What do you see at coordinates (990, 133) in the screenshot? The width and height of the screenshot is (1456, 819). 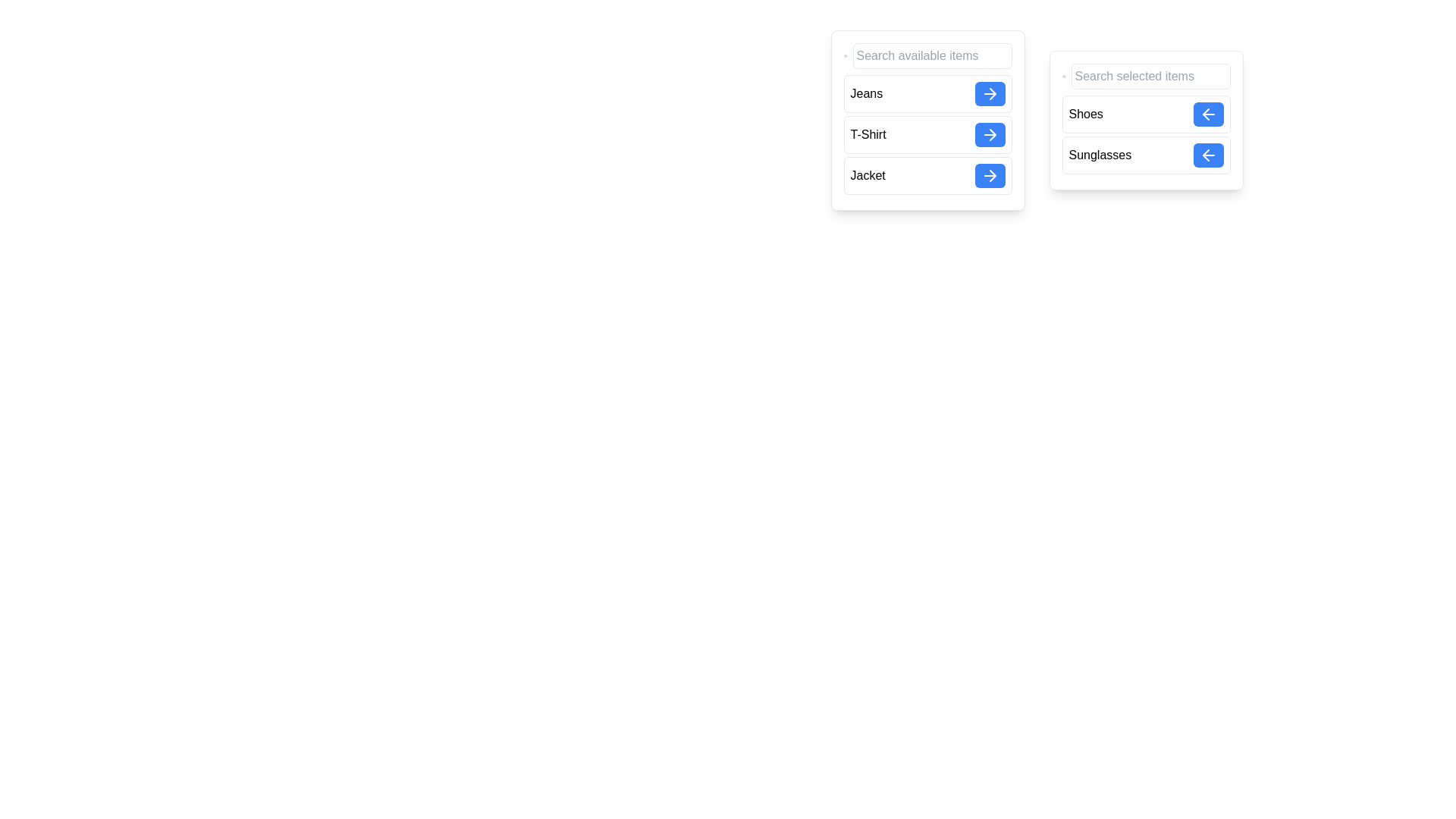 I see `the icon button shaped like an arrow pointing to the right, styled with a blue background and white arrow symbol, located to the right of the 'T-Shirt' item in the list` at bounding box center [990, 133].